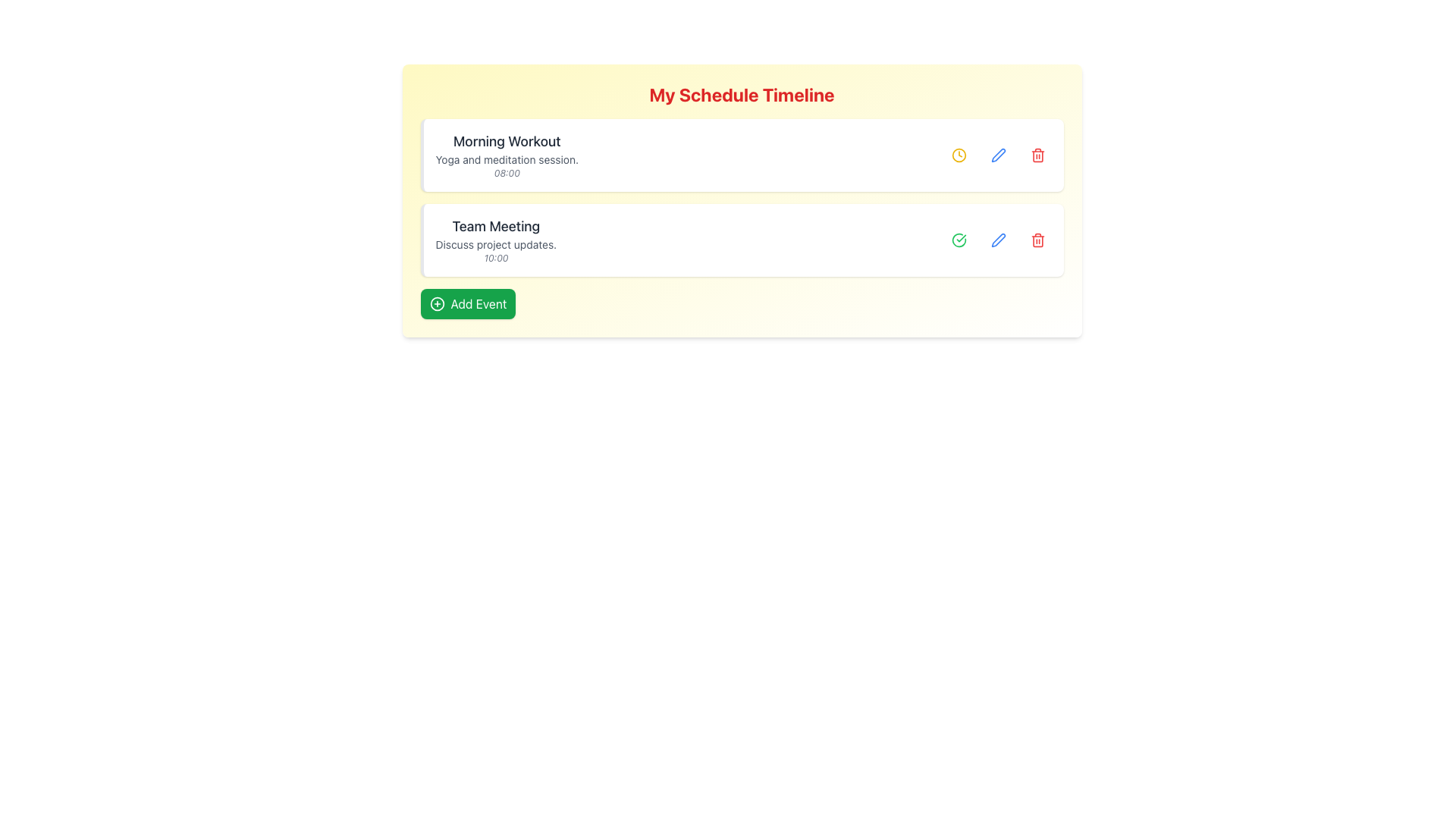 The width and height of the screenshot is (1456, 819). I want to click on the delete icon located on the right side of the second item in the vertically stacked list to initiate the delete action, so click(1037, 239).